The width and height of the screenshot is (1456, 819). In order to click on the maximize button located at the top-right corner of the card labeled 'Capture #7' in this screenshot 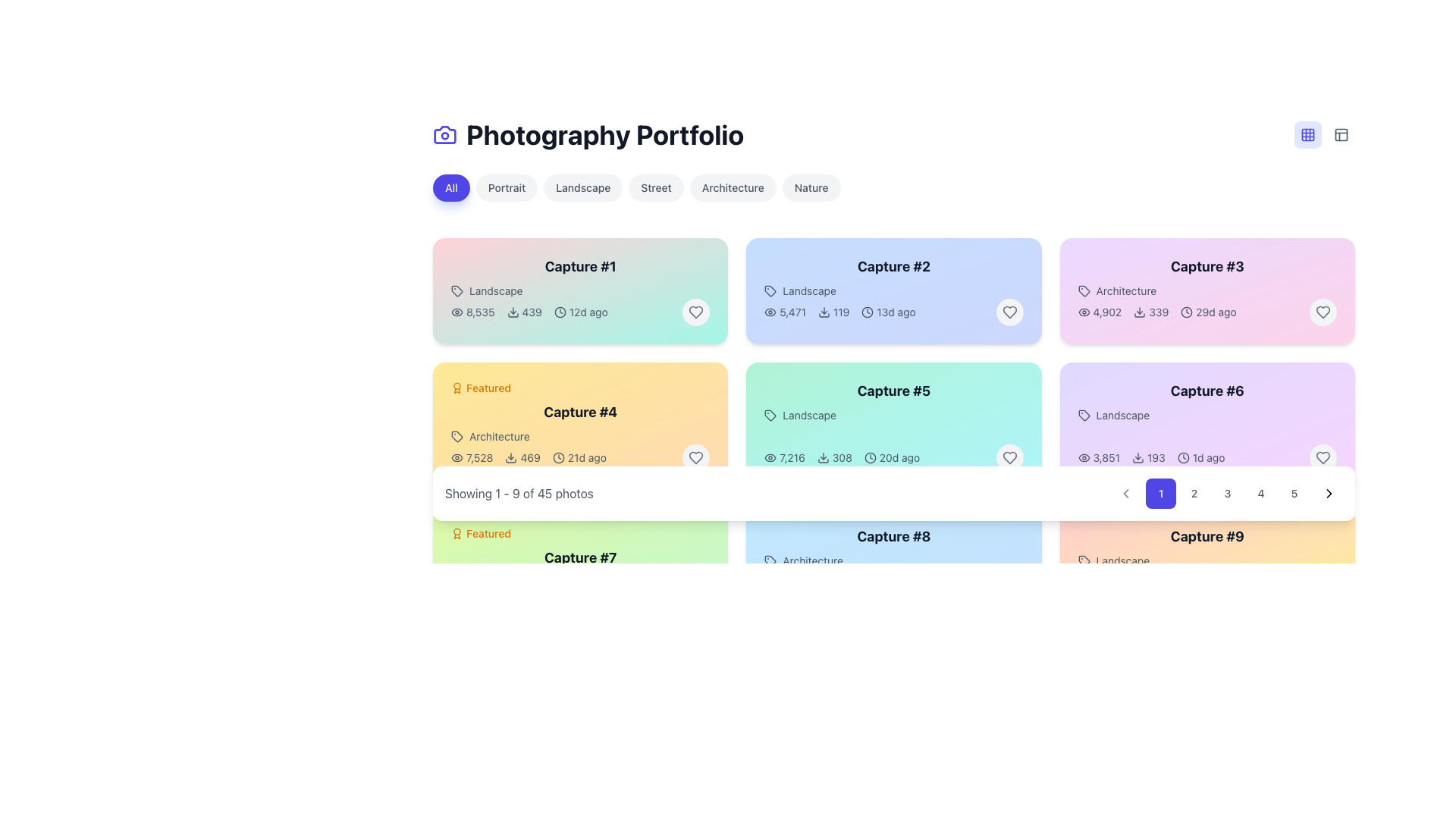, I will do `click(701, 533)`.